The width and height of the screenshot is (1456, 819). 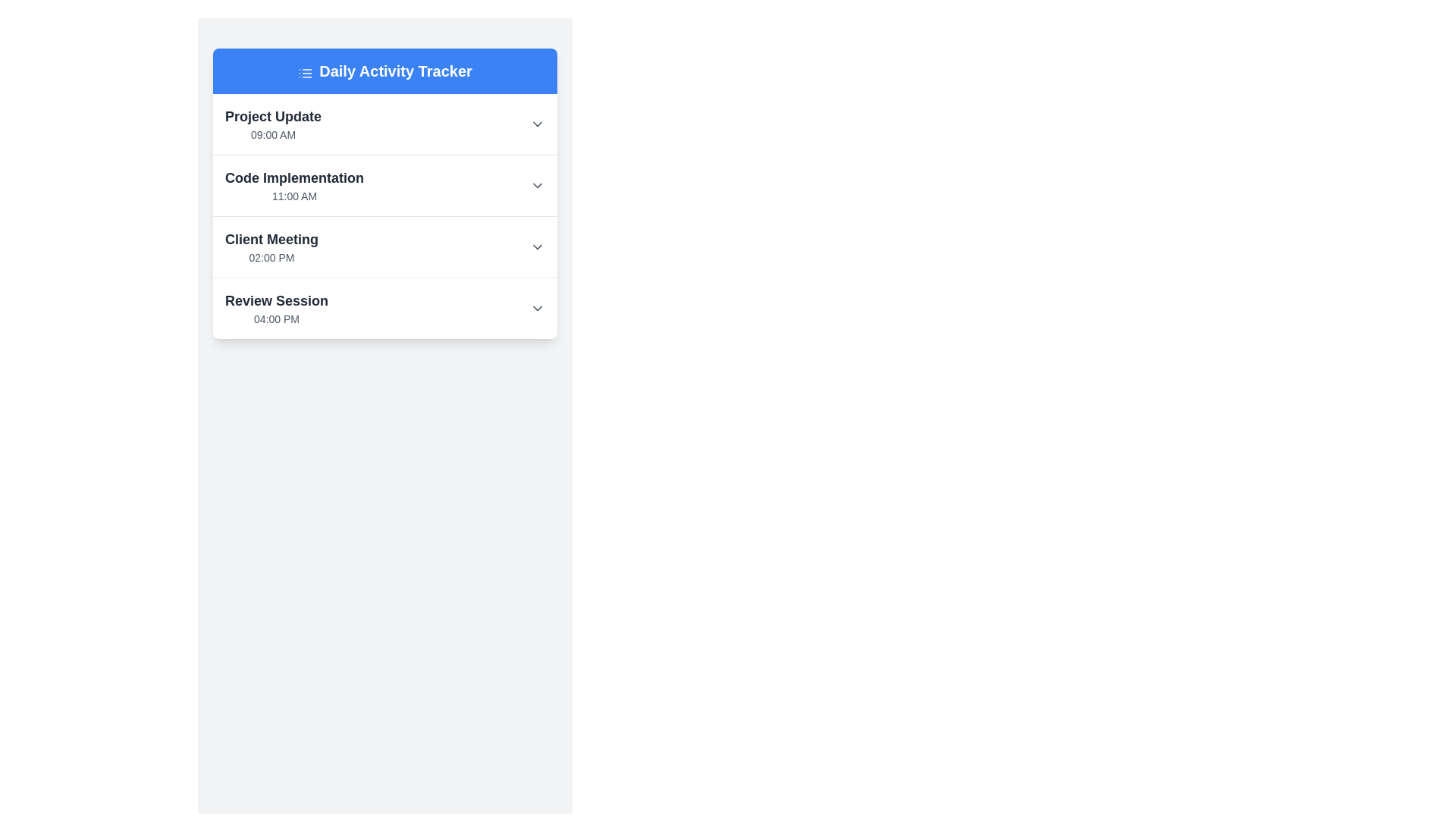 I want to click on the dropdown icon at the far right of the 'Review Session' entry, so click(x=538, y=308).